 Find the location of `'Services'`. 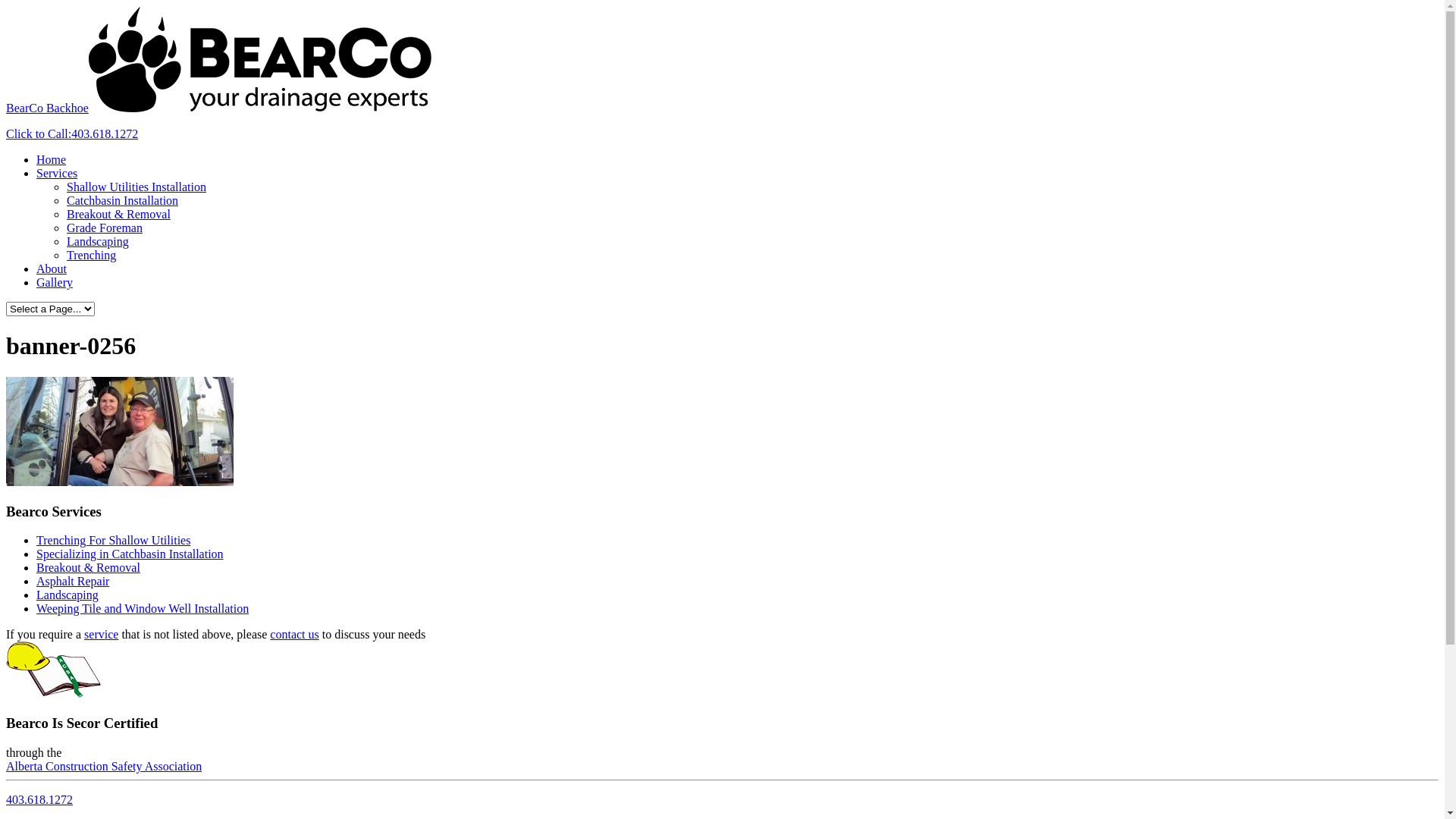

'Services' is located at coordinates (57, 172).